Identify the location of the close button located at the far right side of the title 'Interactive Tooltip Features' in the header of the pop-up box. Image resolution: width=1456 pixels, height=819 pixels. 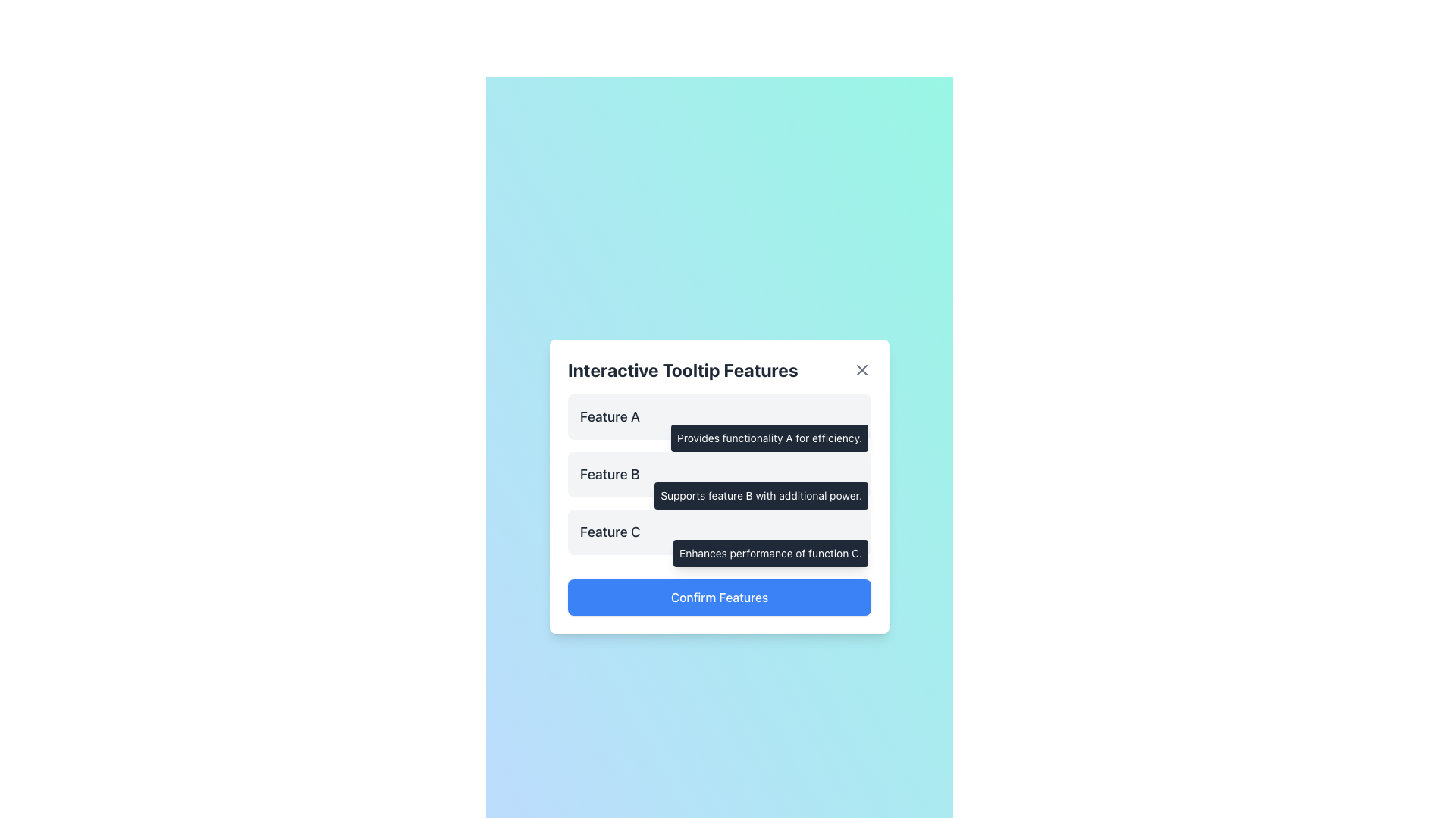
(862, 370).